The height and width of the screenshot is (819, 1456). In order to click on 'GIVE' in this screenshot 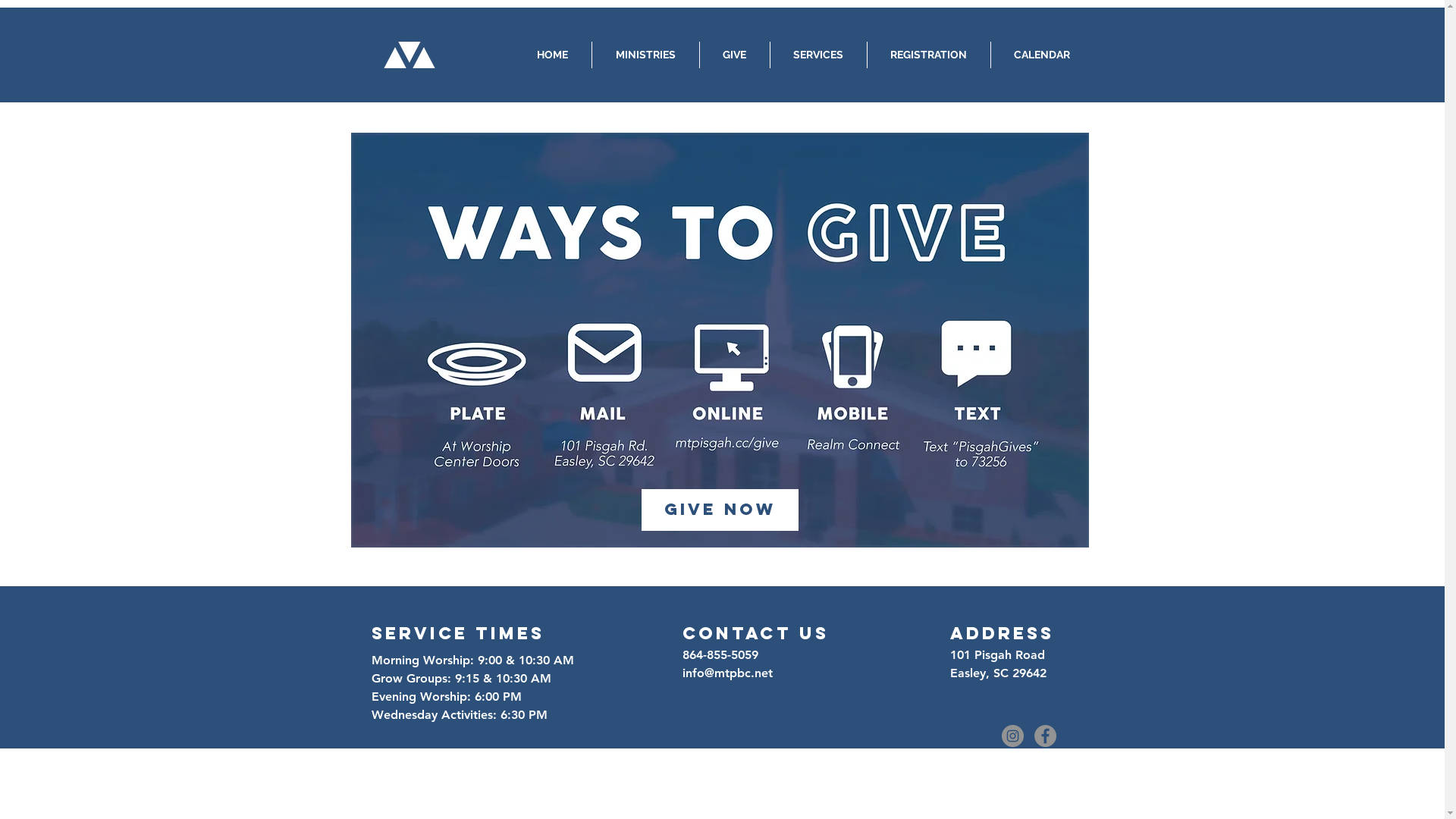, I will do `click(734, 54)`.